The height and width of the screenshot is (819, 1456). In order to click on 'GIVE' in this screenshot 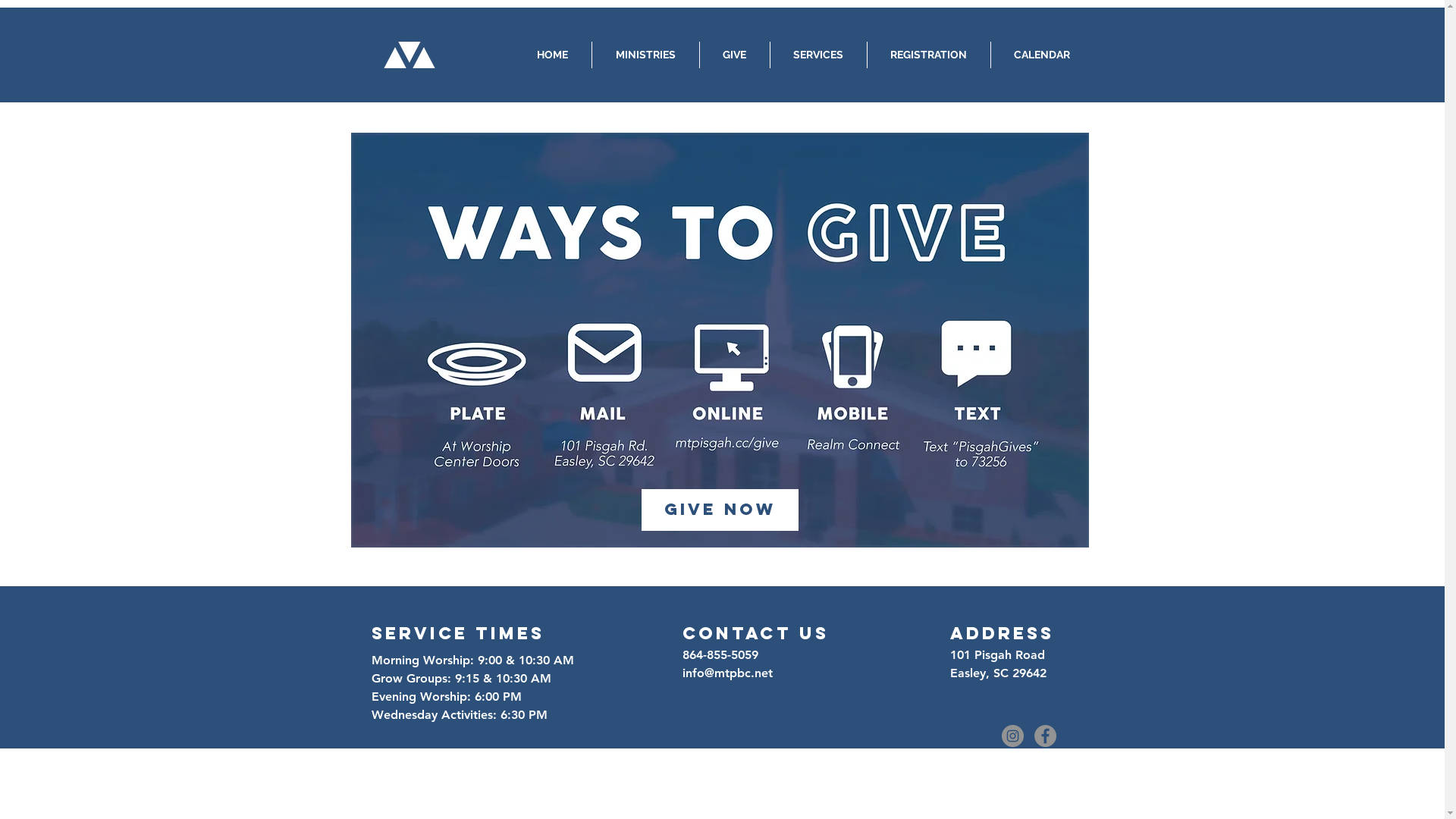, I will do `click(734, 54)`.